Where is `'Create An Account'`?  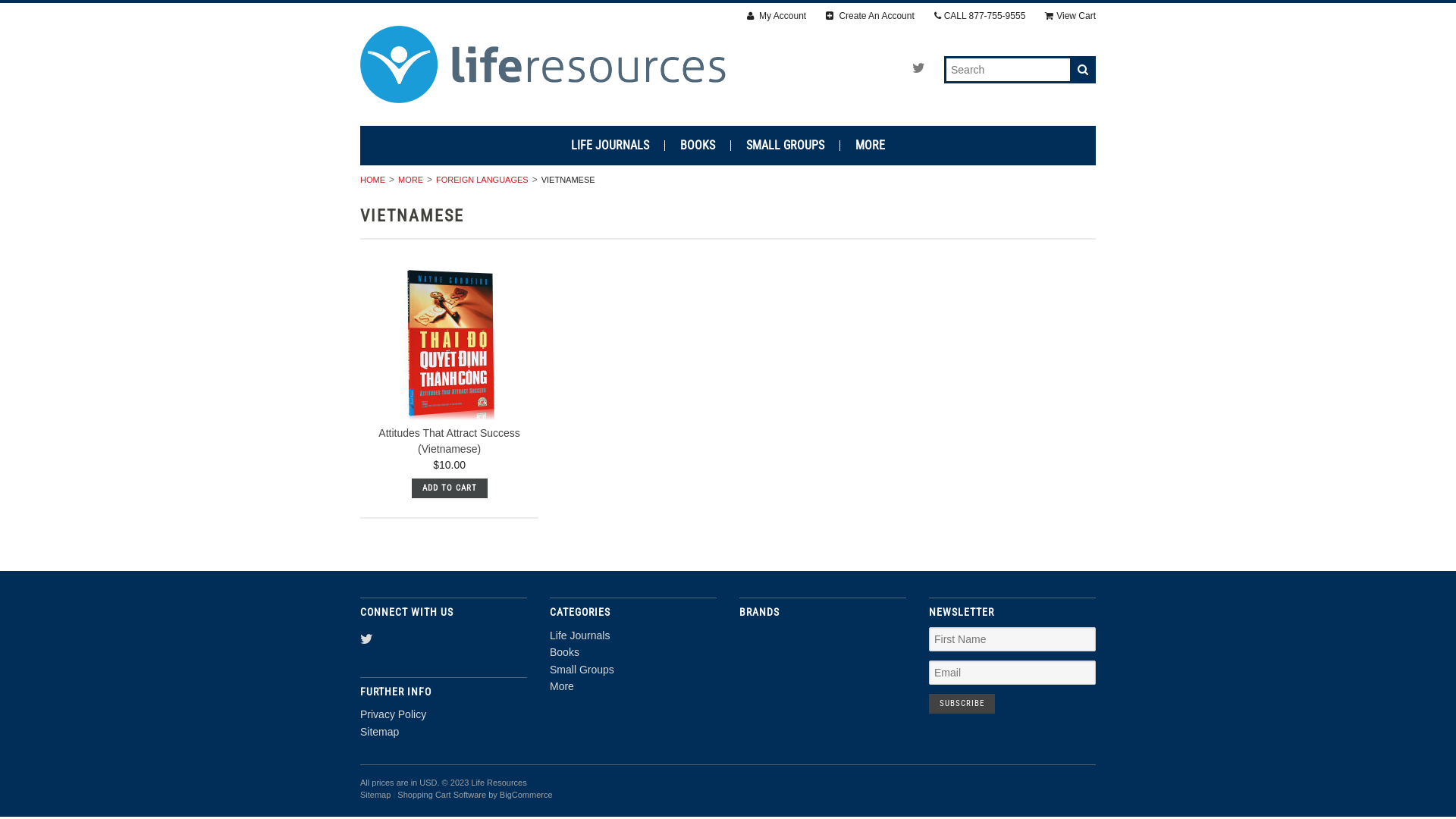 'Create An Account' is located at coordinates (870, 16).